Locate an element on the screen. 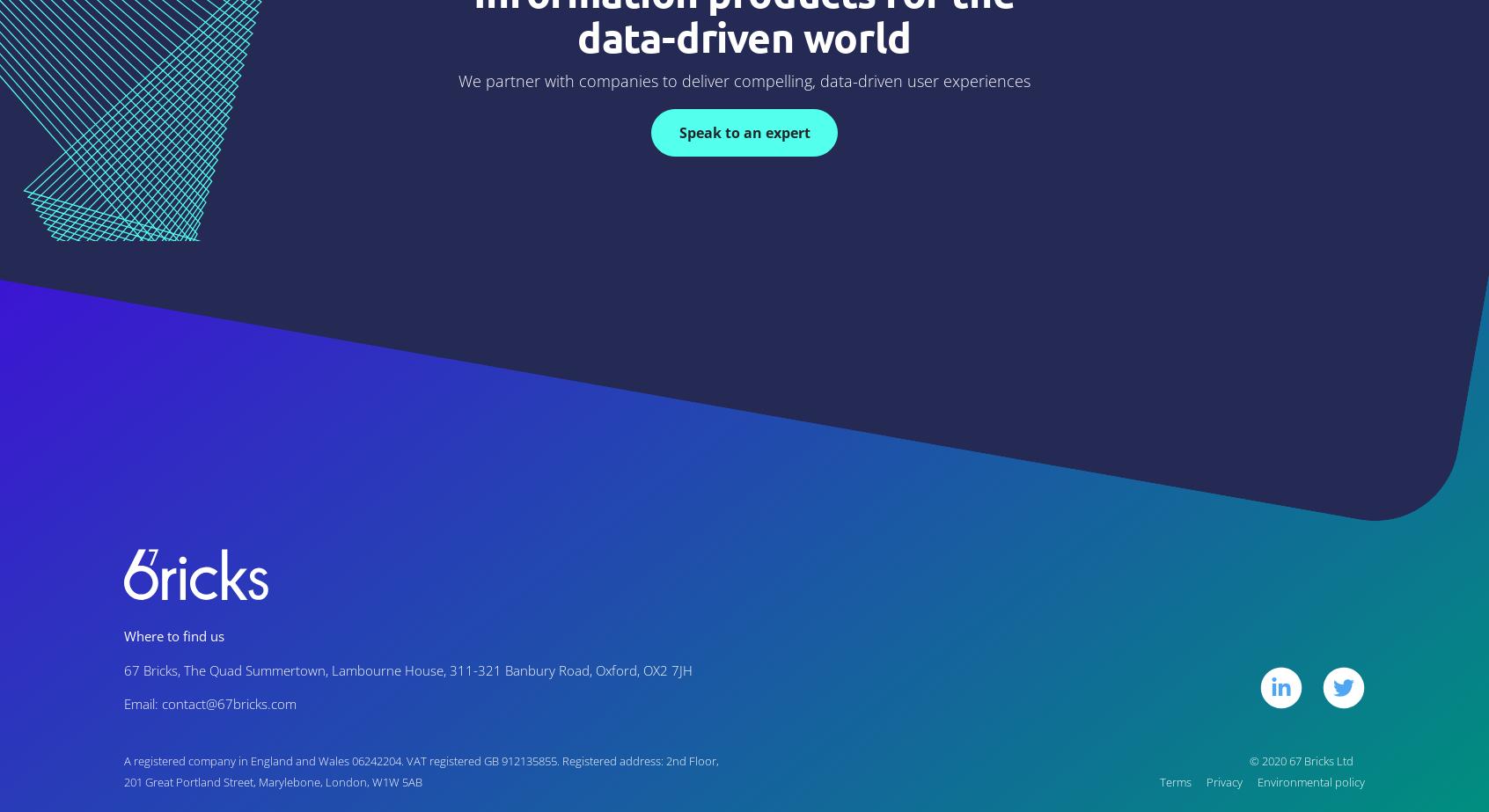  'contact@67bricks.com' is located at coordinates (229, 702).